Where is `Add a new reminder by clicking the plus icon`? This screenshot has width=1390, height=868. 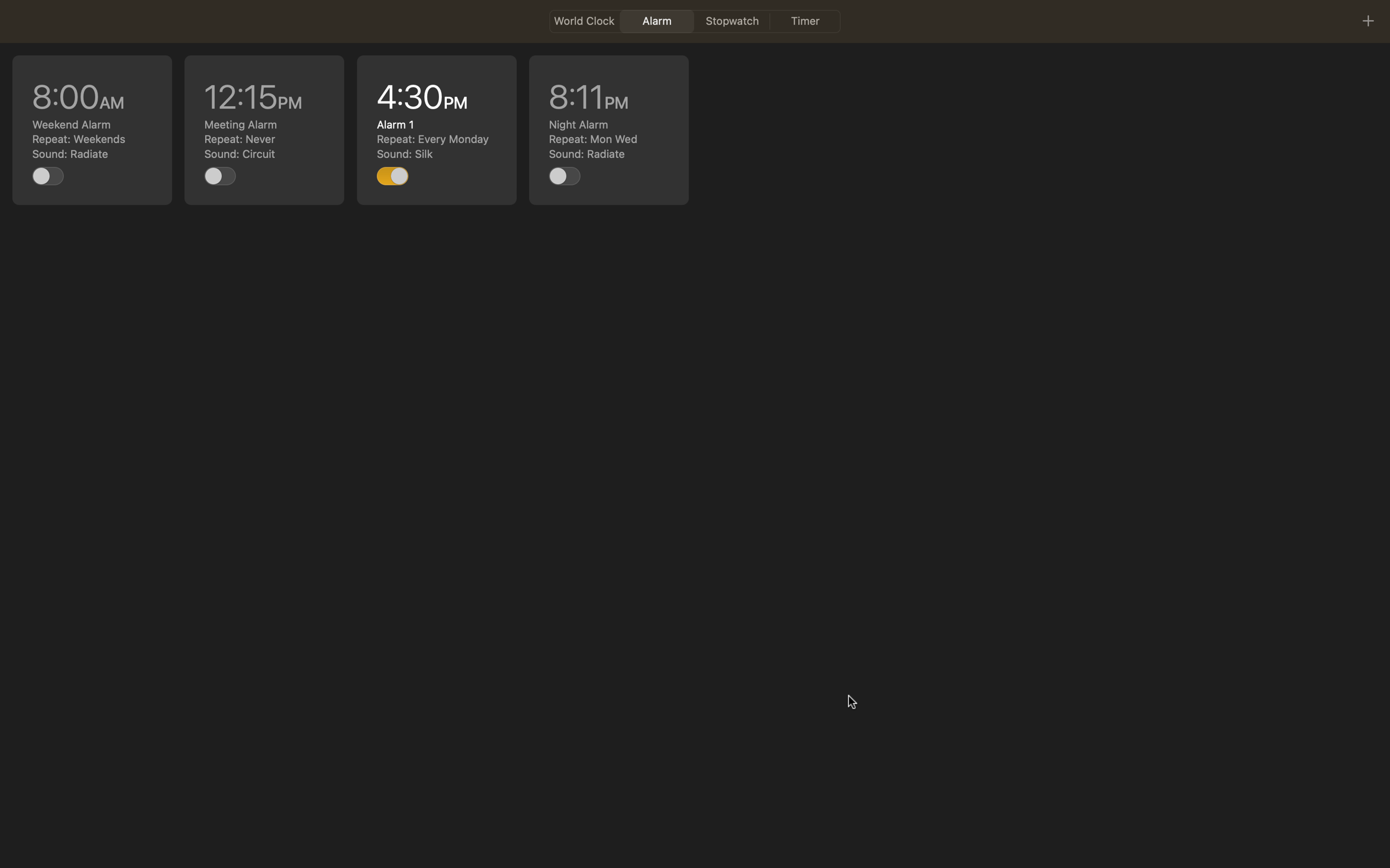 Add a new reminder by clicking the plus icon is located at coordinates (1367, 20).